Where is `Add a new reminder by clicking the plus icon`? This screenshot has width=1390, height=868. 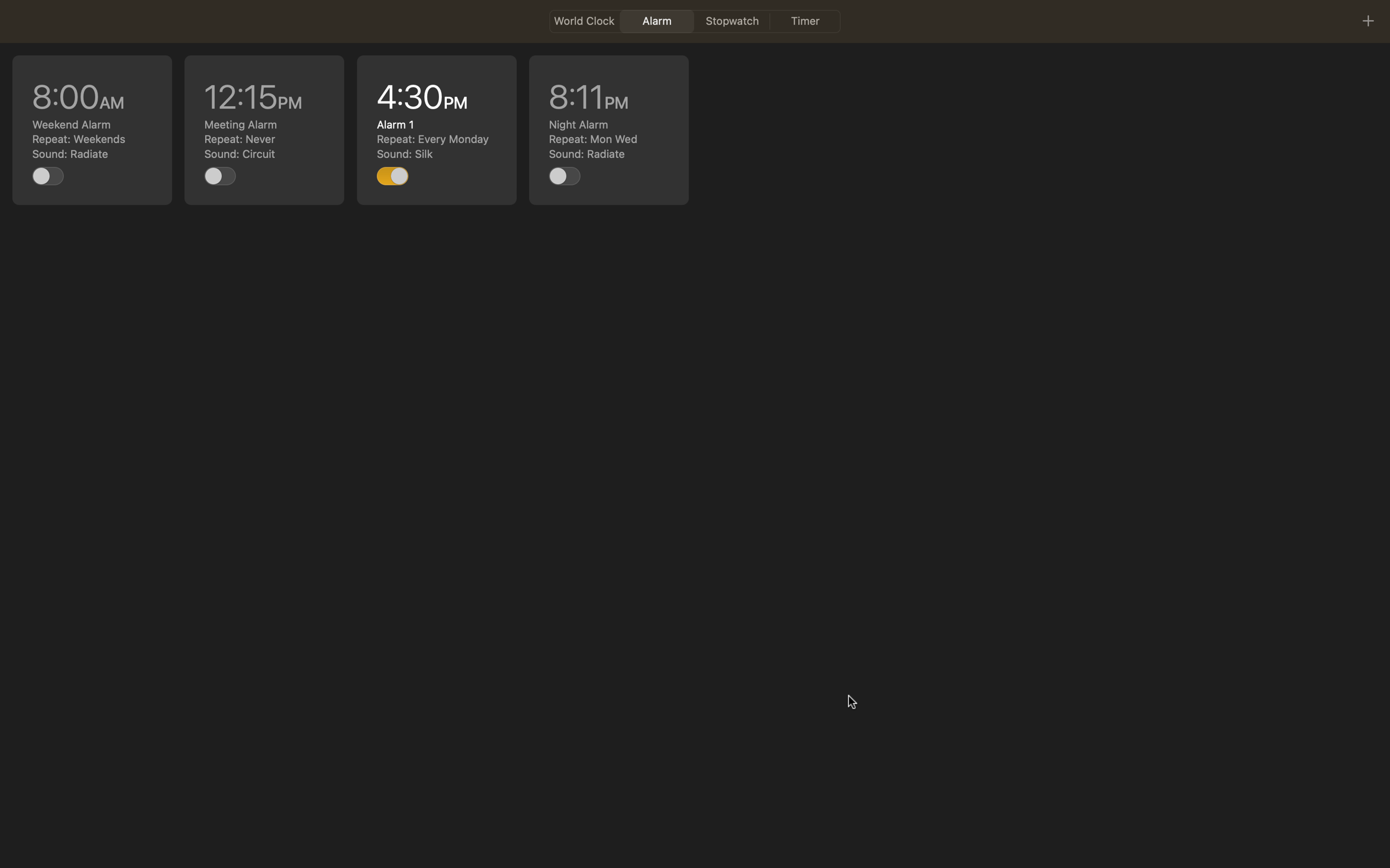 Add a new reminder by clicking the plus icon is located at coordinates (1367, 20).